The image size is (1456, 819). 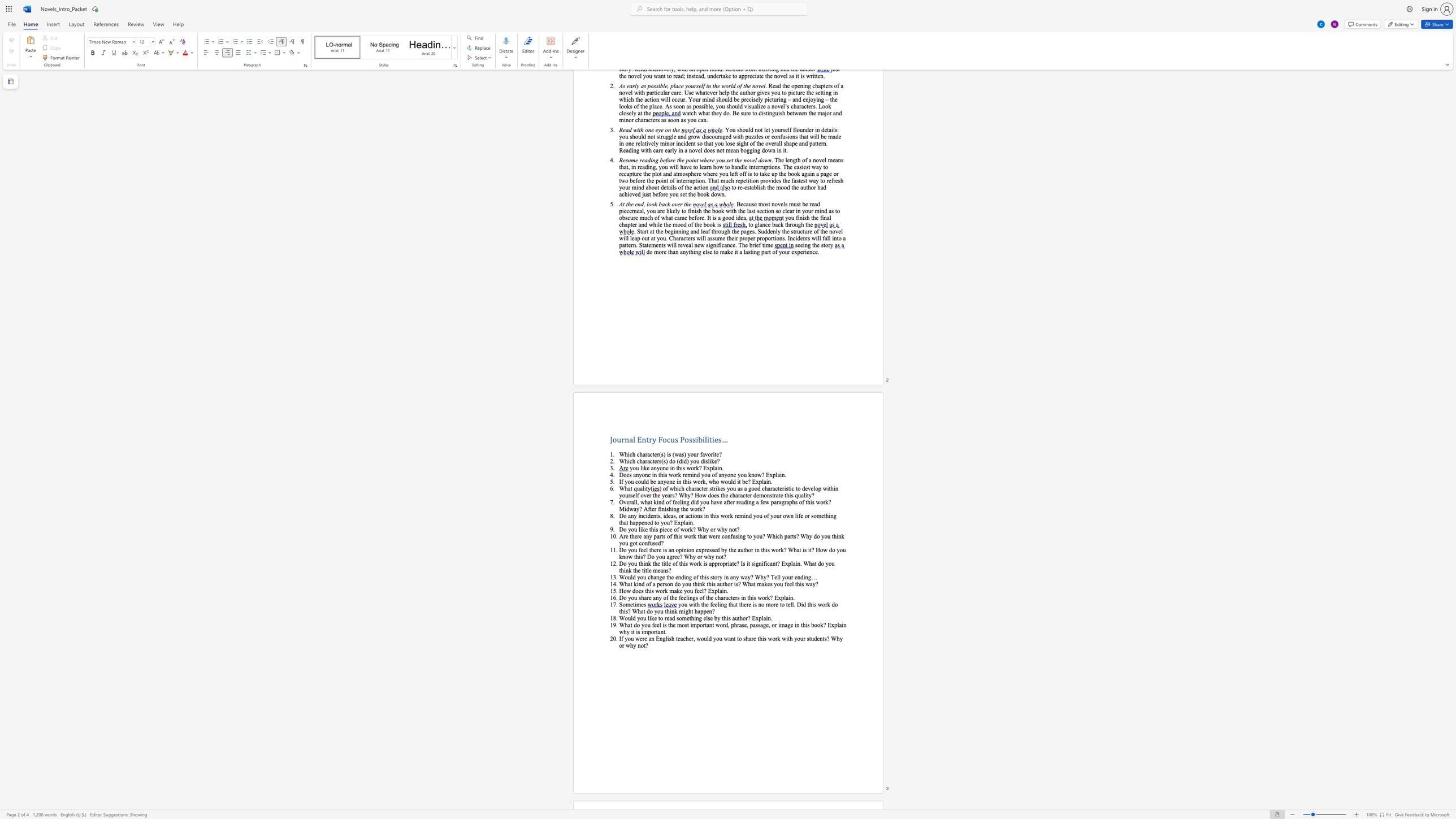 What do you see at coordinates (776, 536) in the screenshot?
I see `the subset text "ch parts? Why do you think you got con" within the text "Are there any parts of this work that were confusing to you? Which parts? Why do you think you got confused?"` at bounding box center [776, 536].